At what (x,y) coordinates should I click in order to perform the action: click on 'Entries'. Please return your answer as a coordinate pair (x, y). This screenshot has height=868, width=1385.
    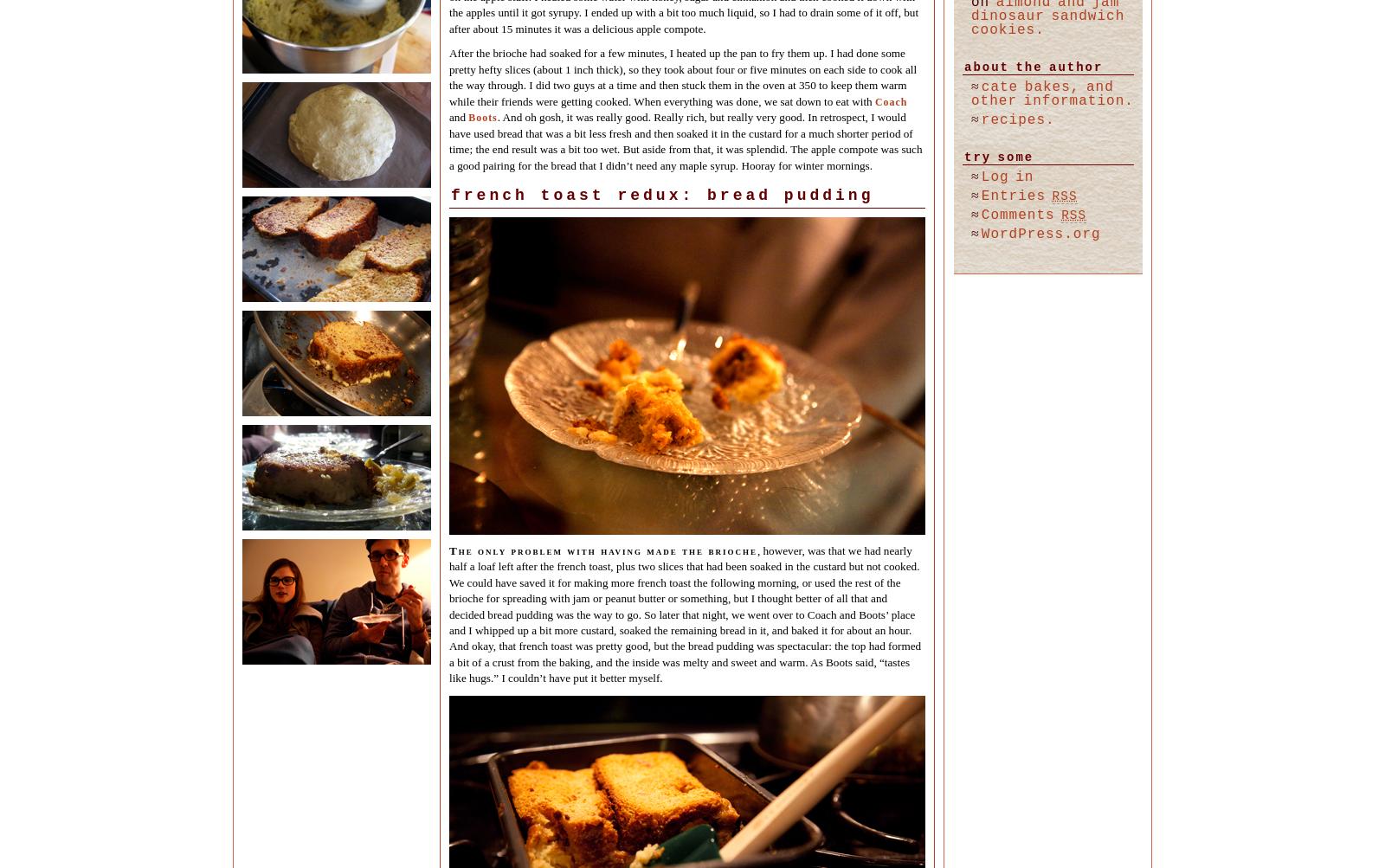
    Looking at the image, I should click on (1016, 196).